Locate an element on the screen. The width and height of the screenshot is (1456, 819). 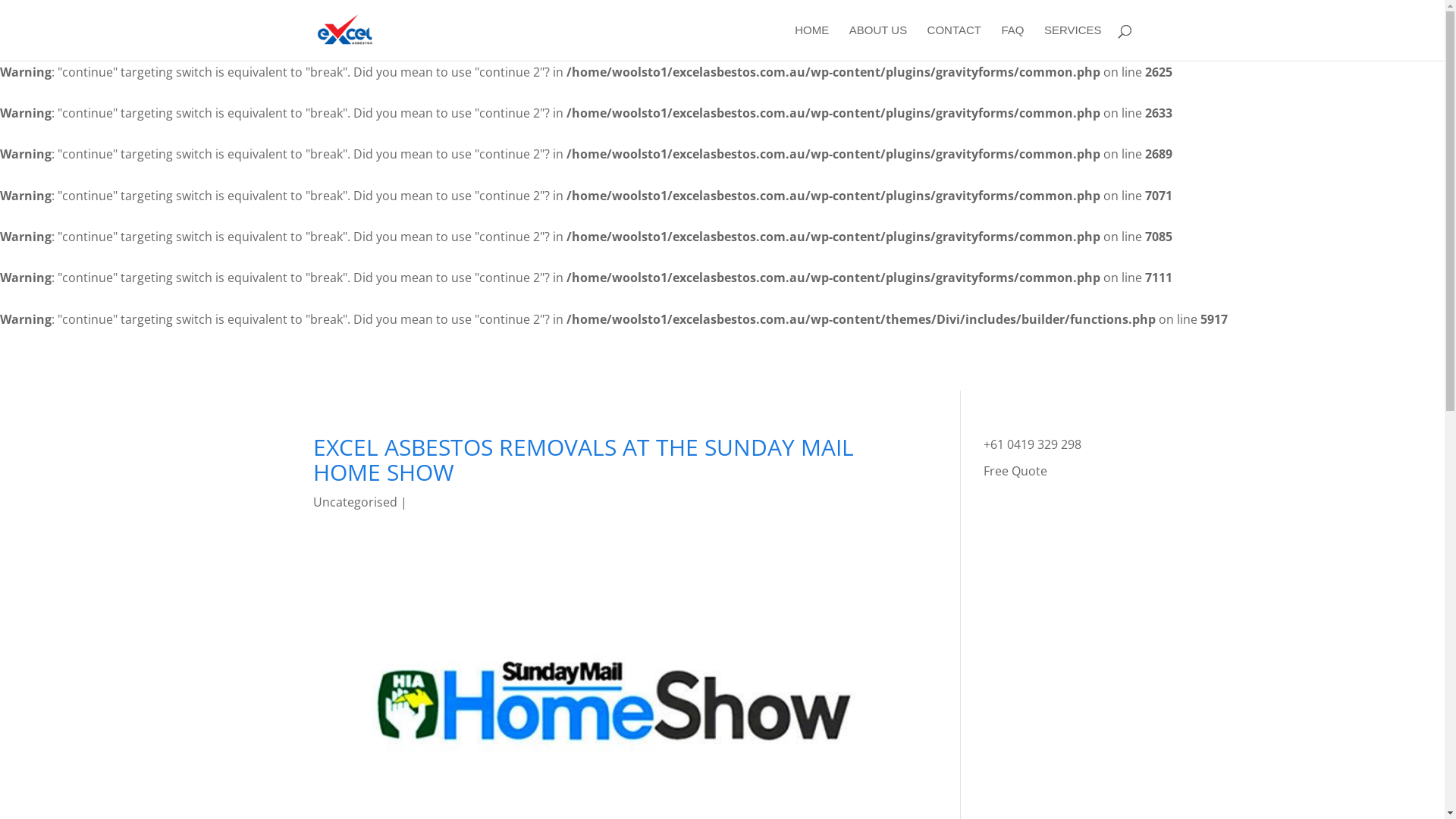
'FAQ' is located at coordinates (1012, 42).